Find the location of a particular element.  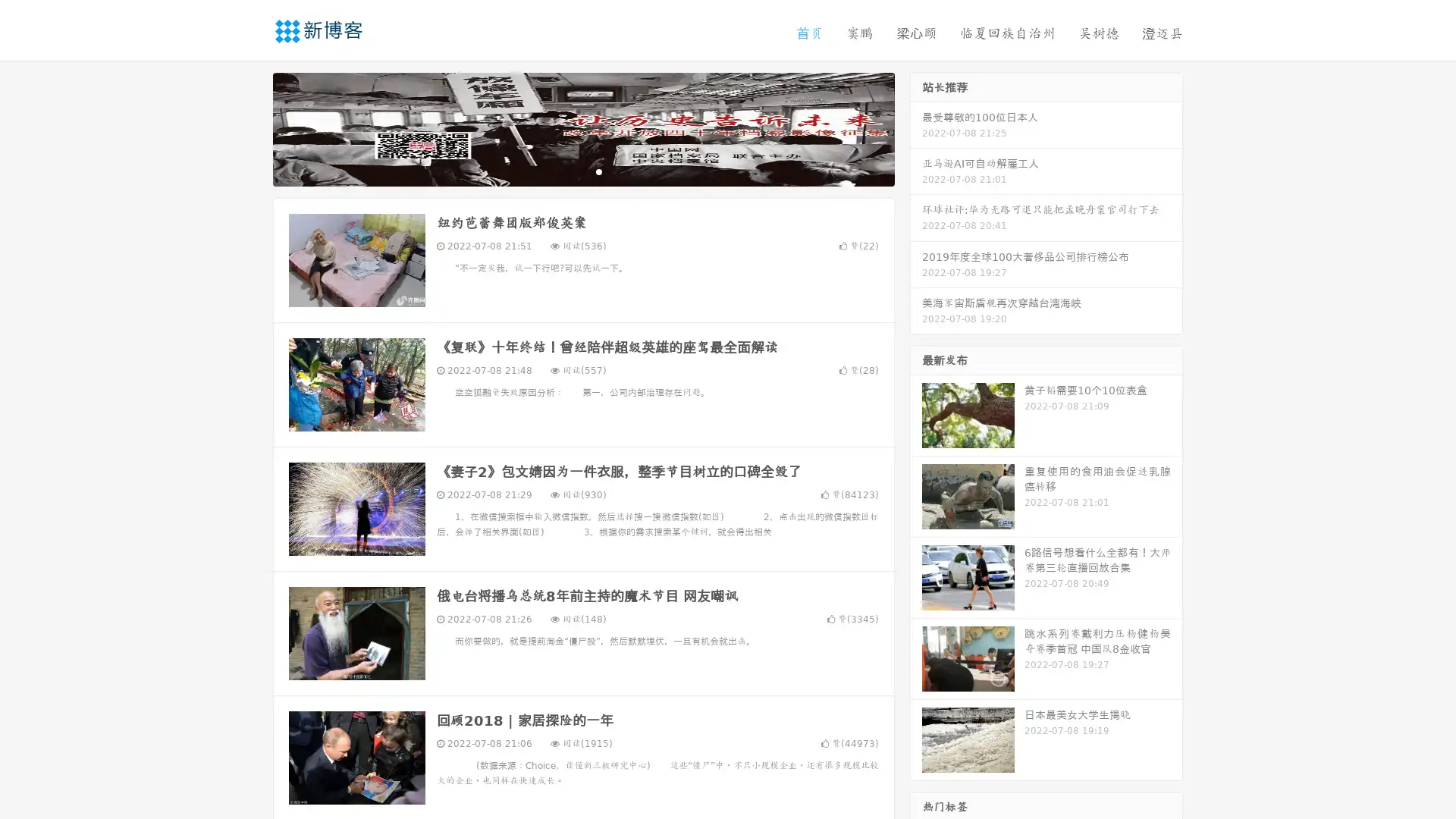

Go to slide 2 is located at coordinates (582, 171).